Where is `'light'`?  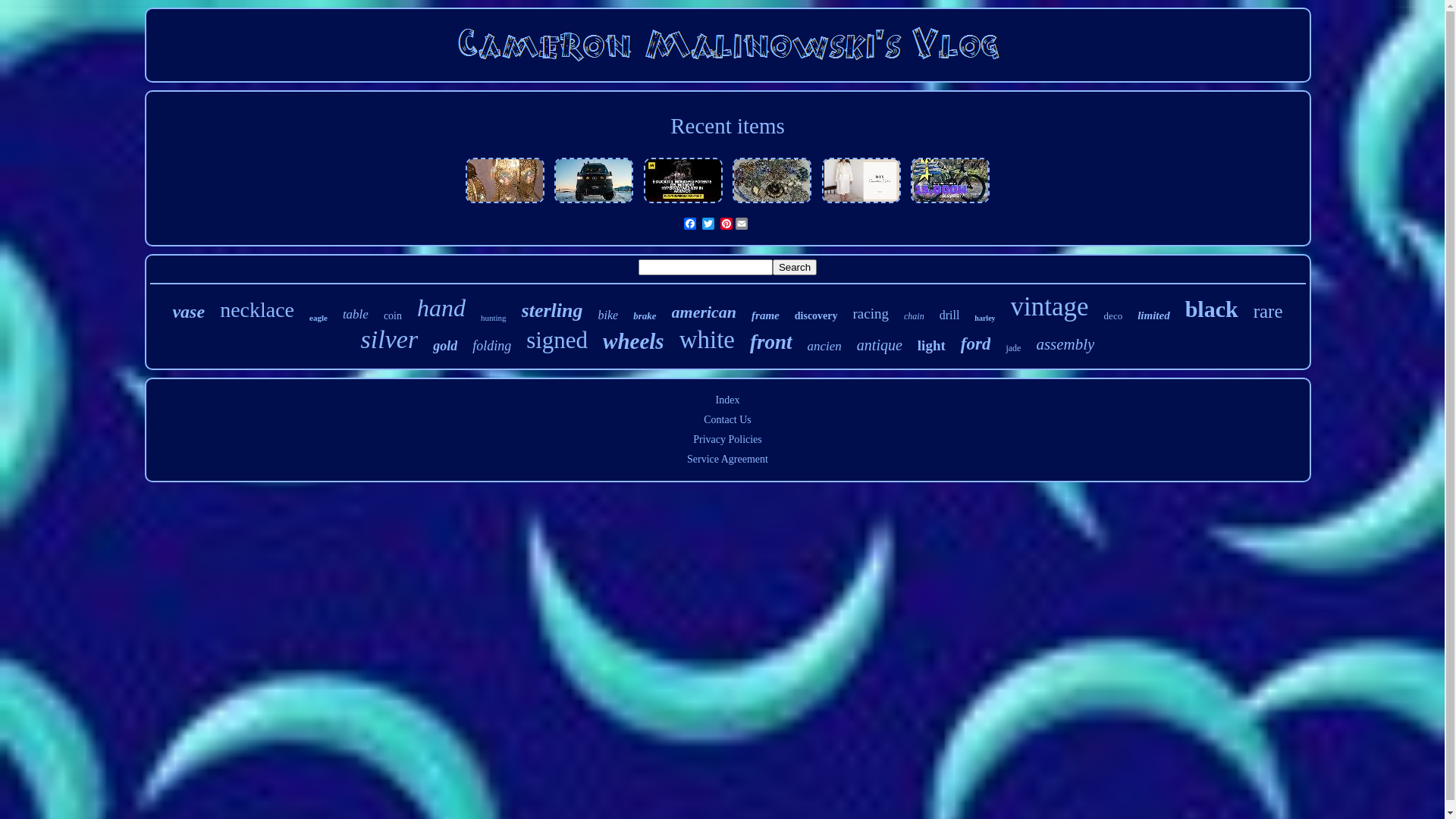 'light' is located at coordinates (930, 345).